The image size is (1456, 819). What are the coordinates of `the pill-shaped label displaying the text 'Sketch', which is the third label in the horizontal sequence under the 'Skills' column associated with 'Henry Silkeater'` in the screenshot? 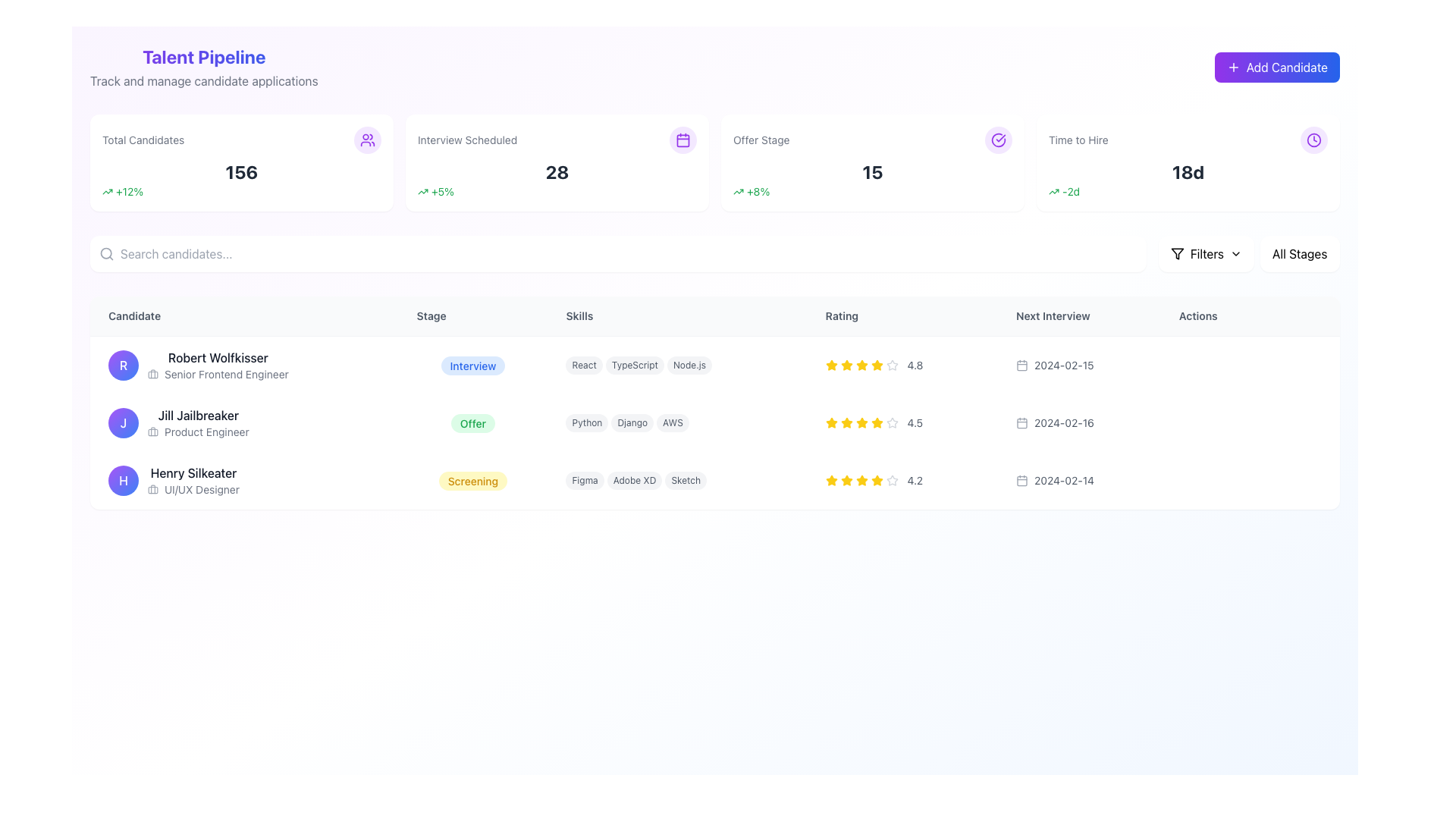 It's located at (685, 480).